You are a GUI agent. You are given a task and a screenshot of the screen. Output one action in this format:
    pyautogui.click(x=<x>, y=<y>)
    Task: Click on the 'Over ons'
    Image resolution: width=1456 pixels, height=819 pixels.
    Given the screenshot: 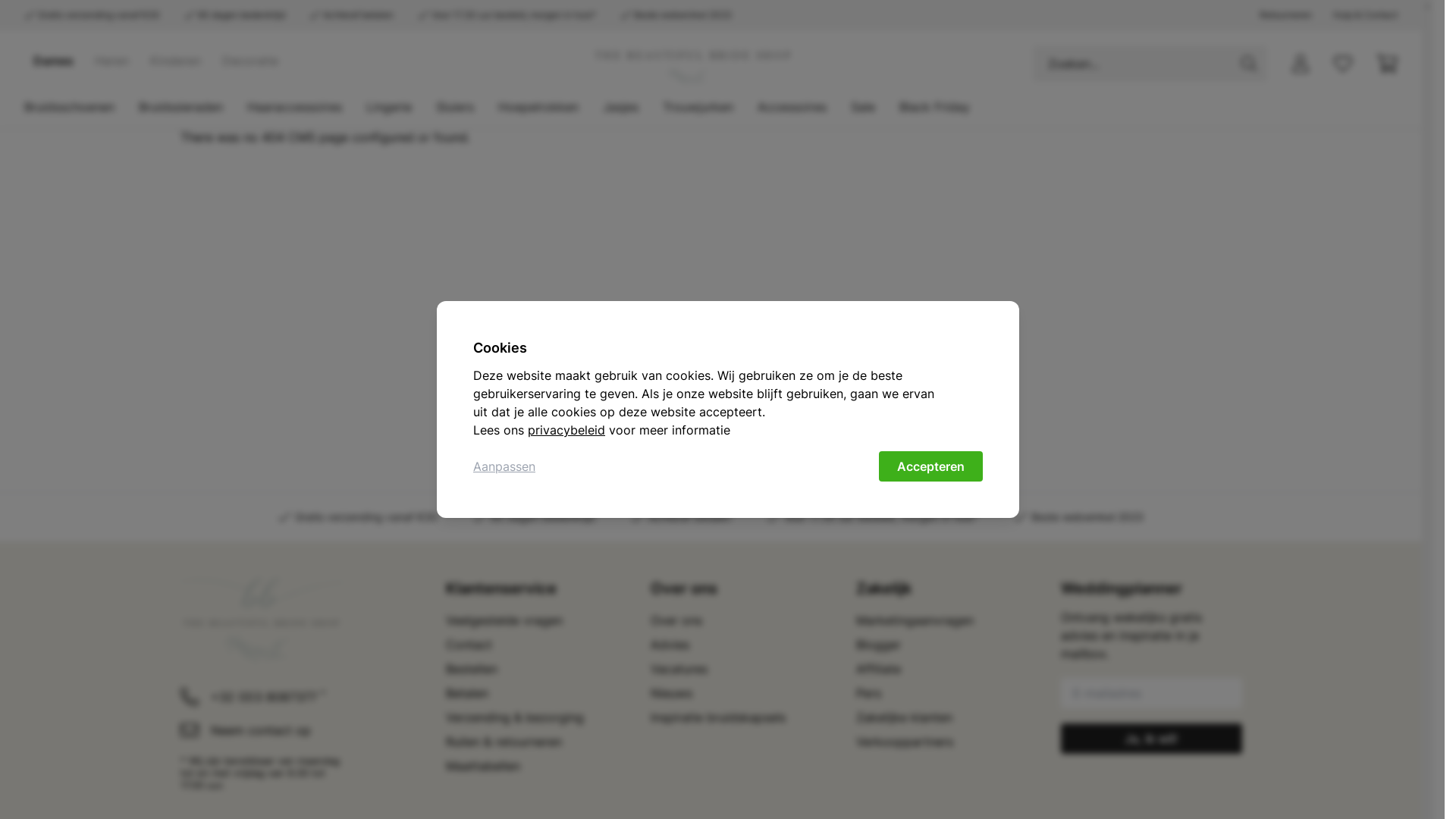 What is the action you would take?
    pyautogui.click(x=676, y=620)
    